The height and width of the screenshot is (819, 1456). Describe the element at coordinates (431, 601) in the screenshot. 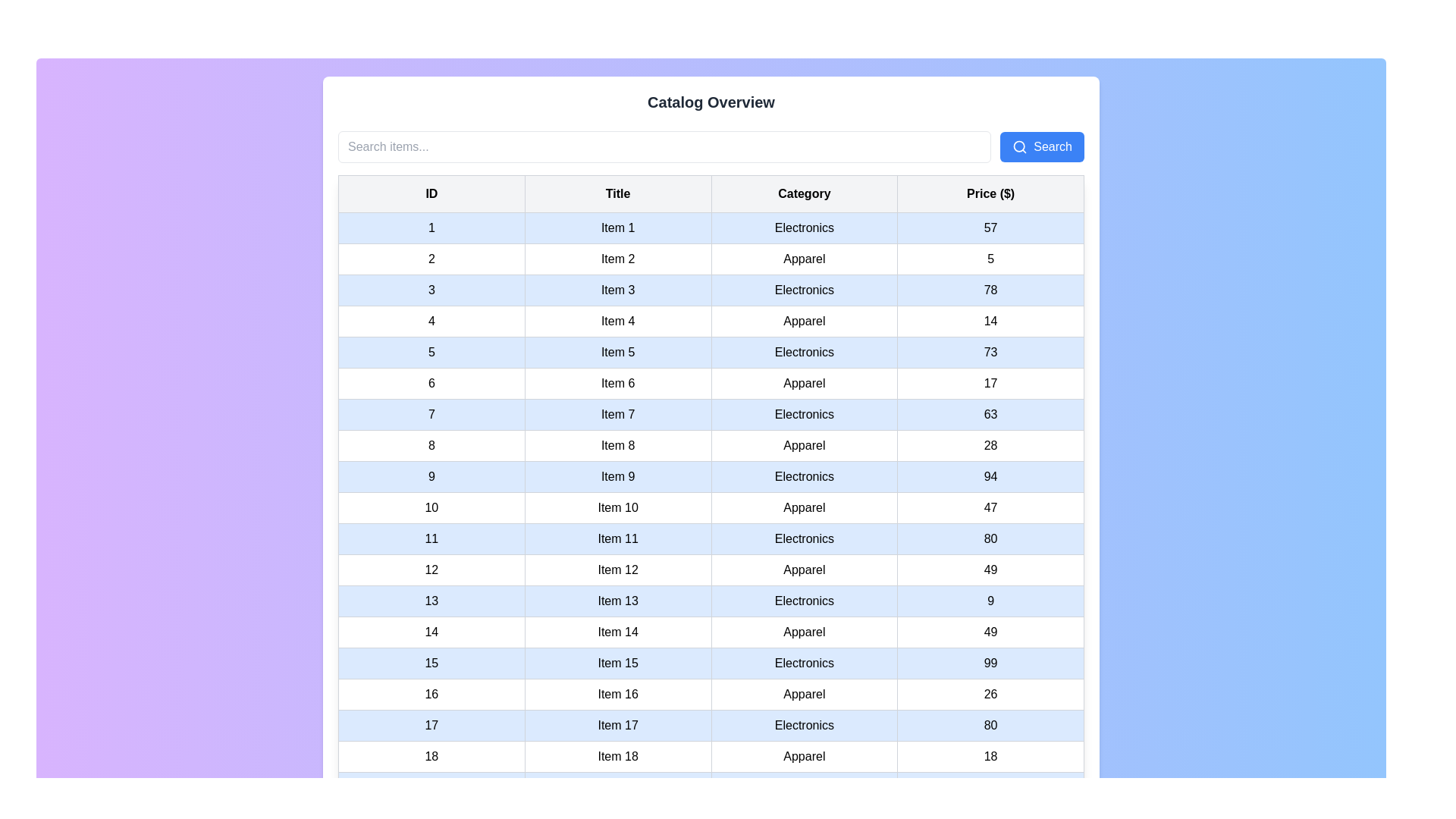

I see `the first table cell representing the ID of 'Item 13' in the table` at that location.